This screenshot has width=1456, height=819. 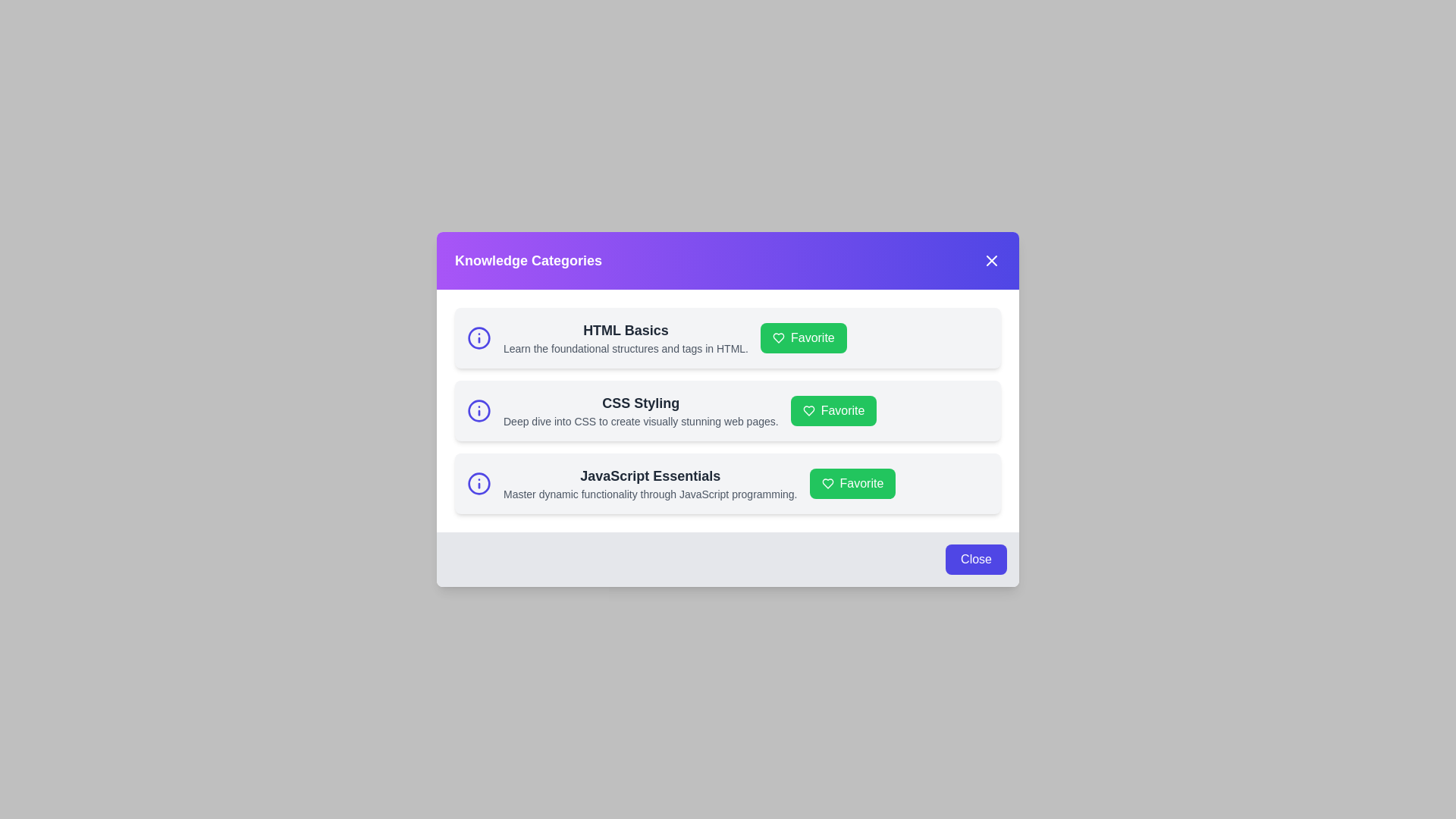 I want to click on the text element that reads 'Deep dive into CSS to create visually stunning web pages.', which is styled in a smaller gray font and located below the heading 'CSS Styling' and above a green 'Favorite' button, so click(x=641, y=421).